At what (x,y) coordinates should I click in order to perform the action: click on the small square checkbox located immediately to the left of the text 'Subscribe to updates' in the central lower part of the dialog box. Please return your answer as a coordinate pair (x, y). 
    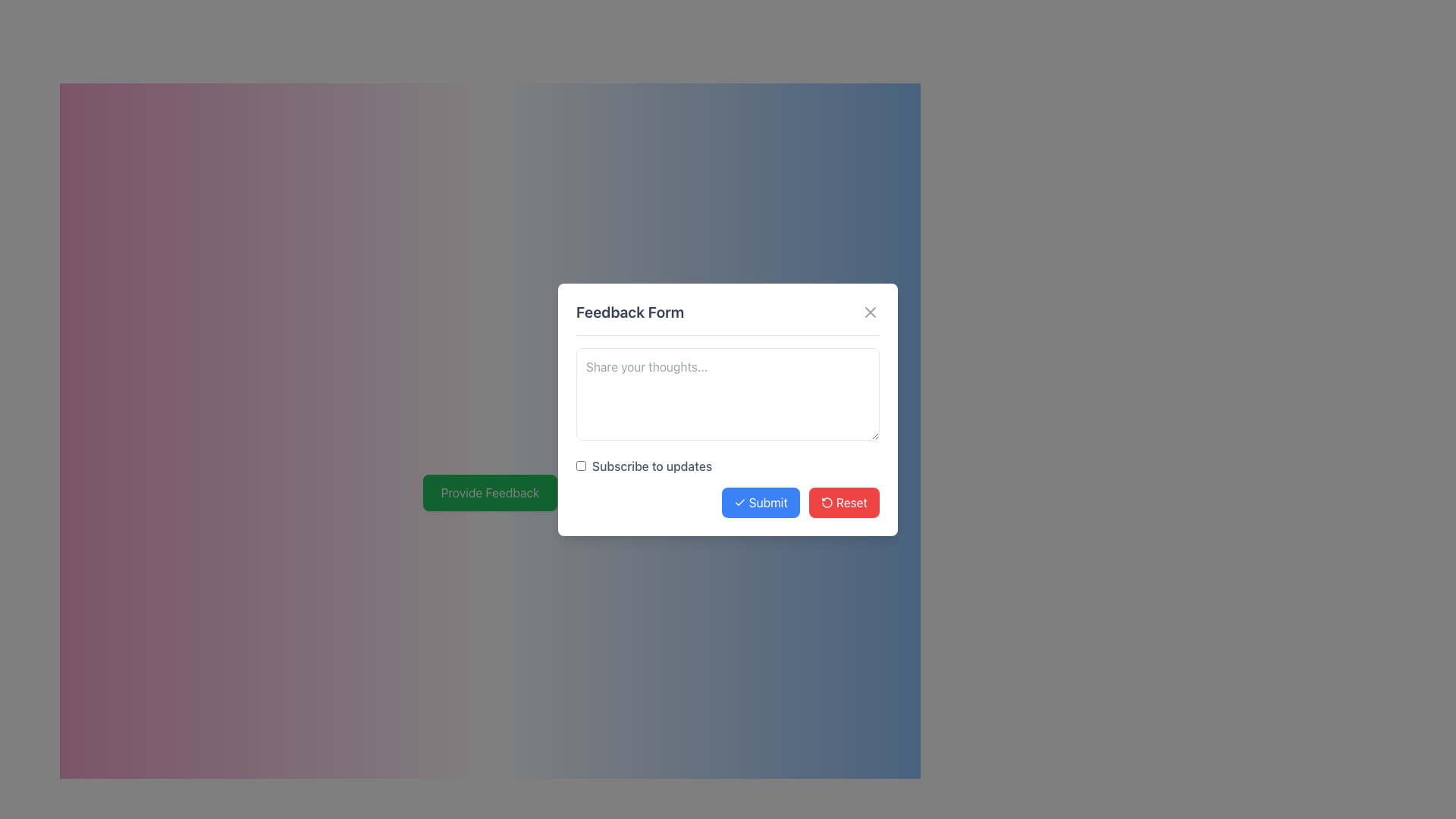
    Looking at the image, I should click on (580, 464).